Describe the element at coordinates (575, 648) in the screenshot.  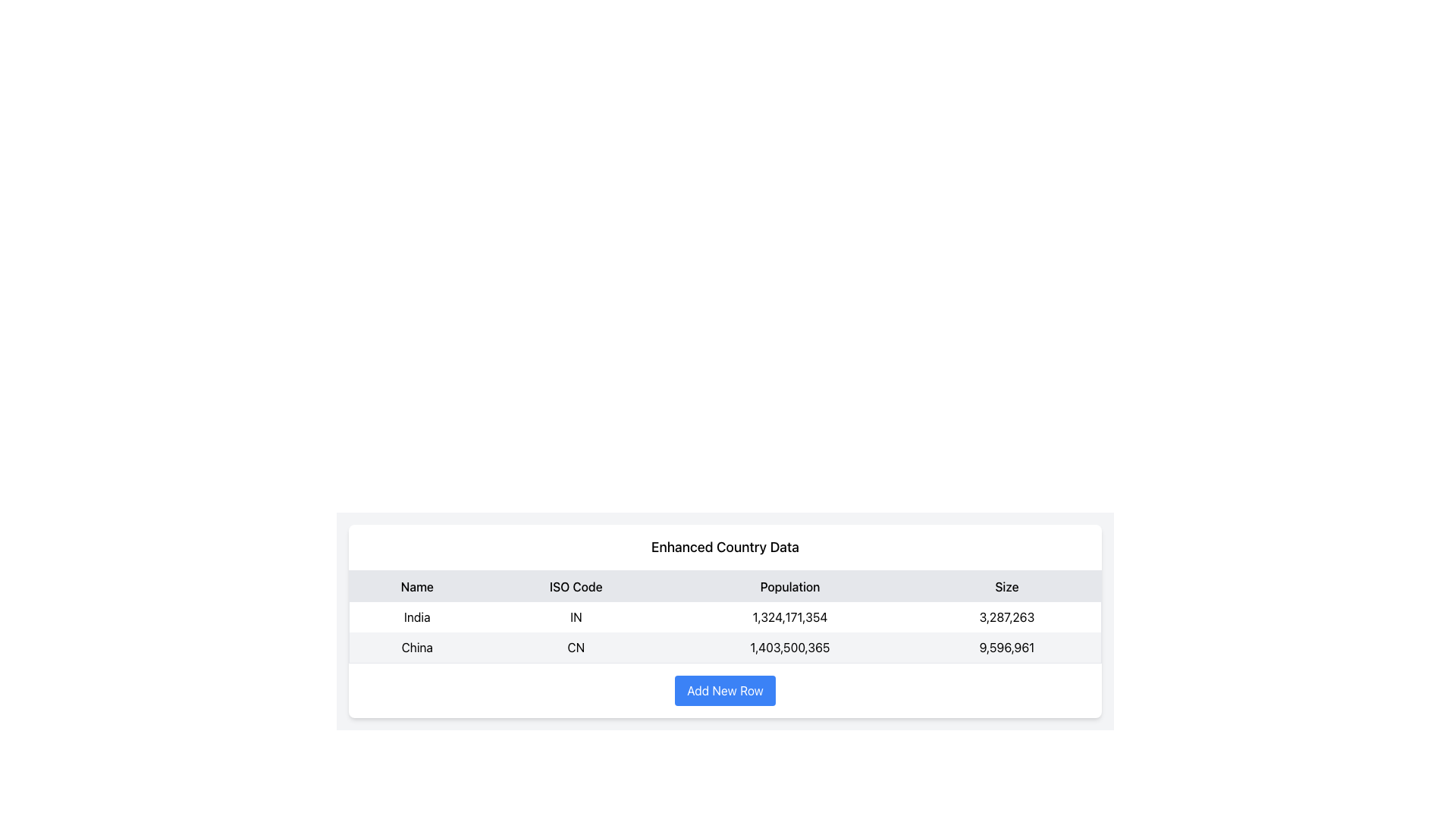
I see `the text label displaying 'CN' in bold black font, located` at that location.